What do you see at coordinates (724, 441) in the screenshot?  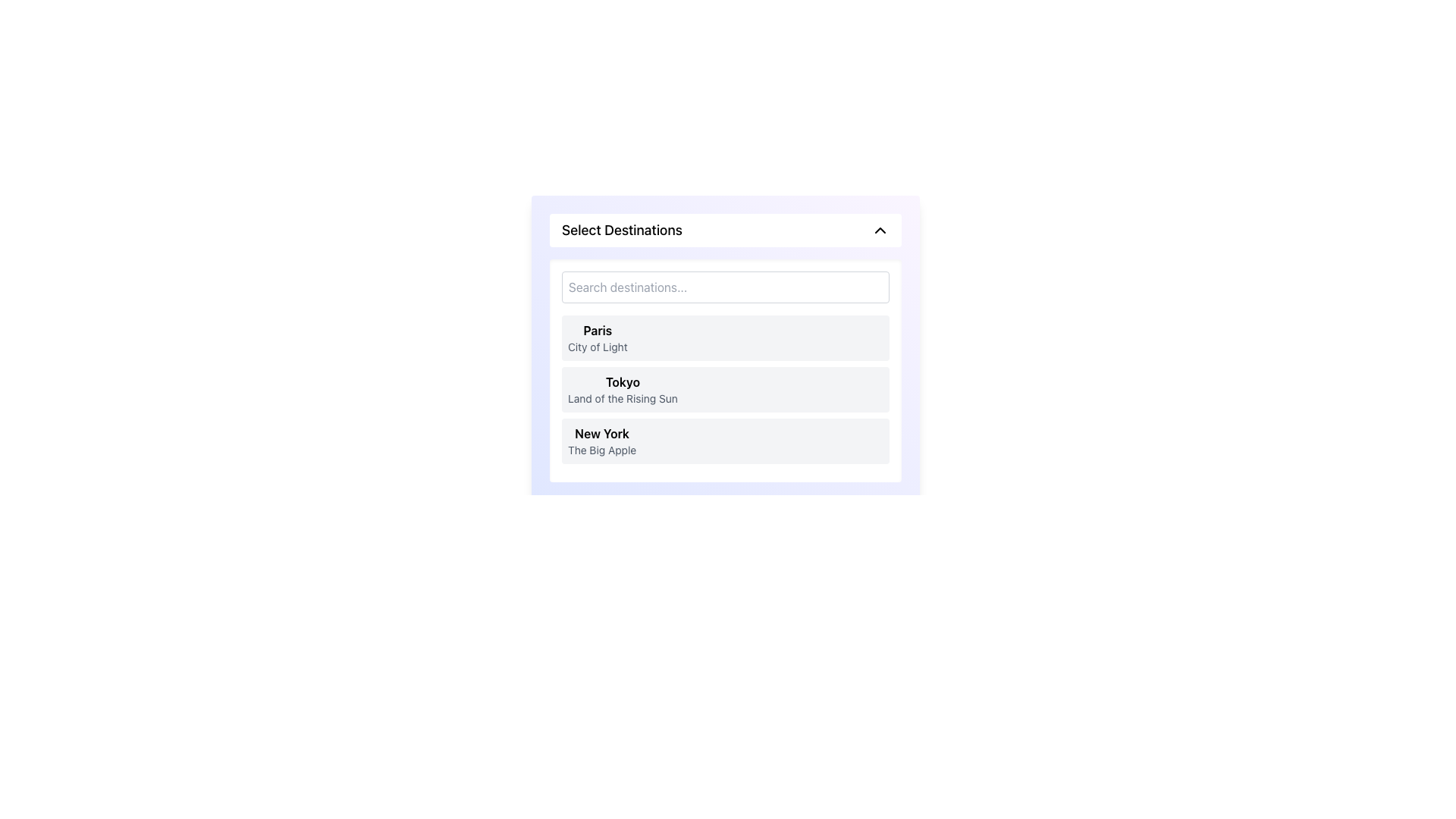 I see `the list item displaying 'New York' in the vertically-stacked menu` at bounding box center [724, 441].